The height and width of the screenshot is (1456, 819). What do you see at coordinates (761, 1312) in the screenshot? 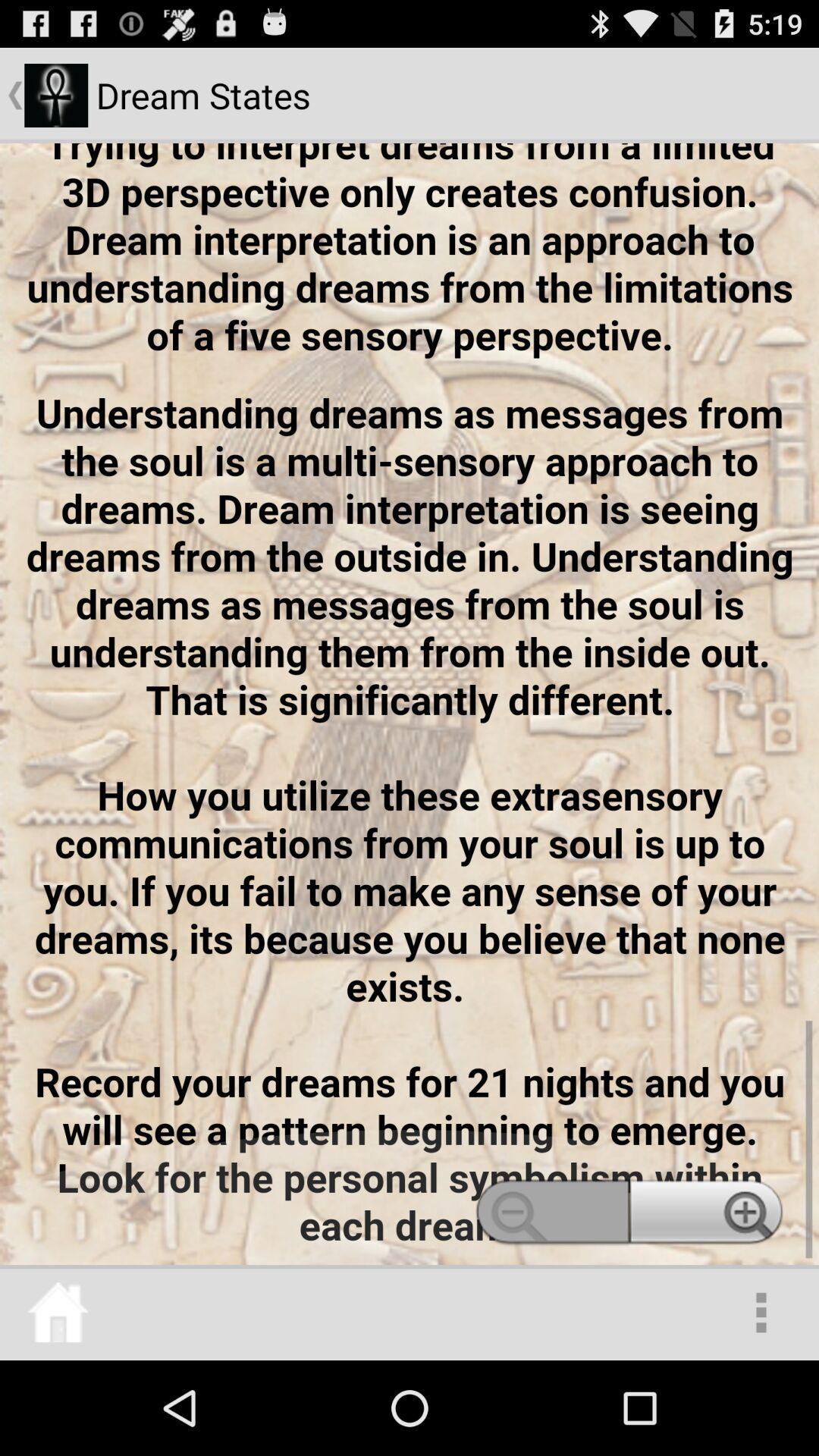
I see `the item at the bottom right corner` at bounding box center [761, 1312].